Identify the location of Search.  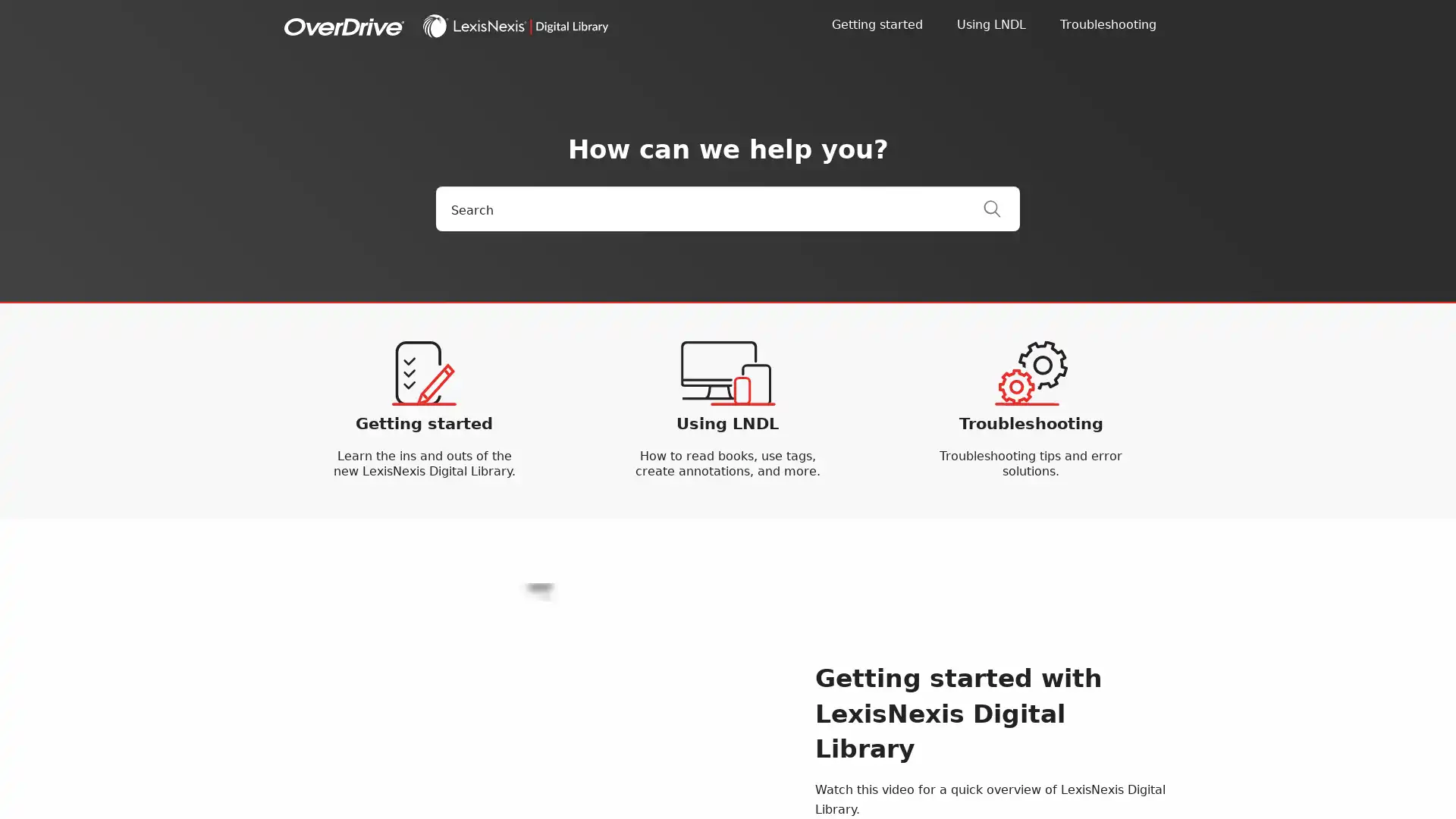
(1001, 209).